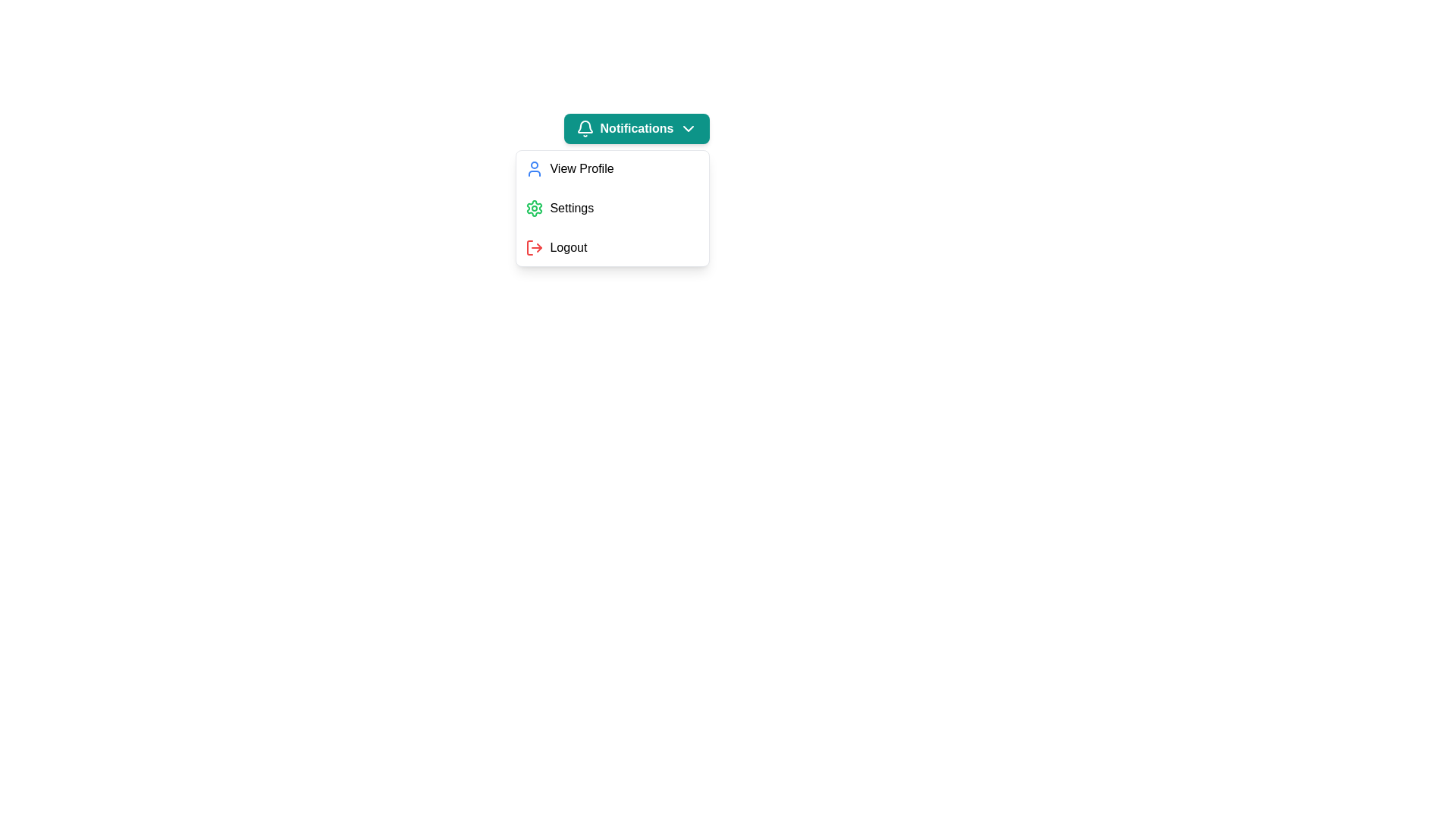 The width and height of the screenshot is (1456, 819). I want to click on the menu item Logout to inspect it, so click(612, 247).